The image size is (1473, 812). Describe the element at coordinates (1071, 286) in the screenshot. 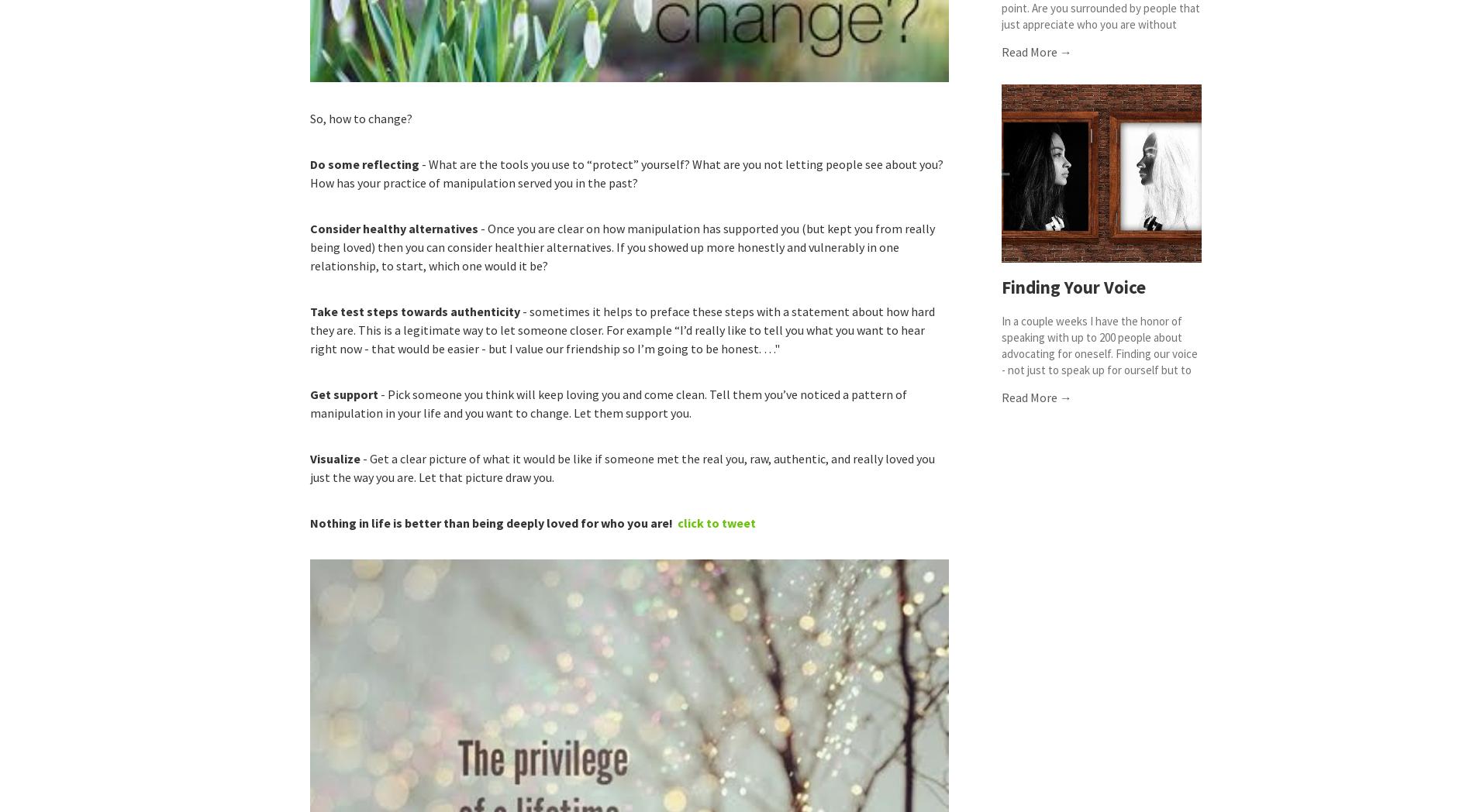

I see `'Finding Your Voice'` at that location.